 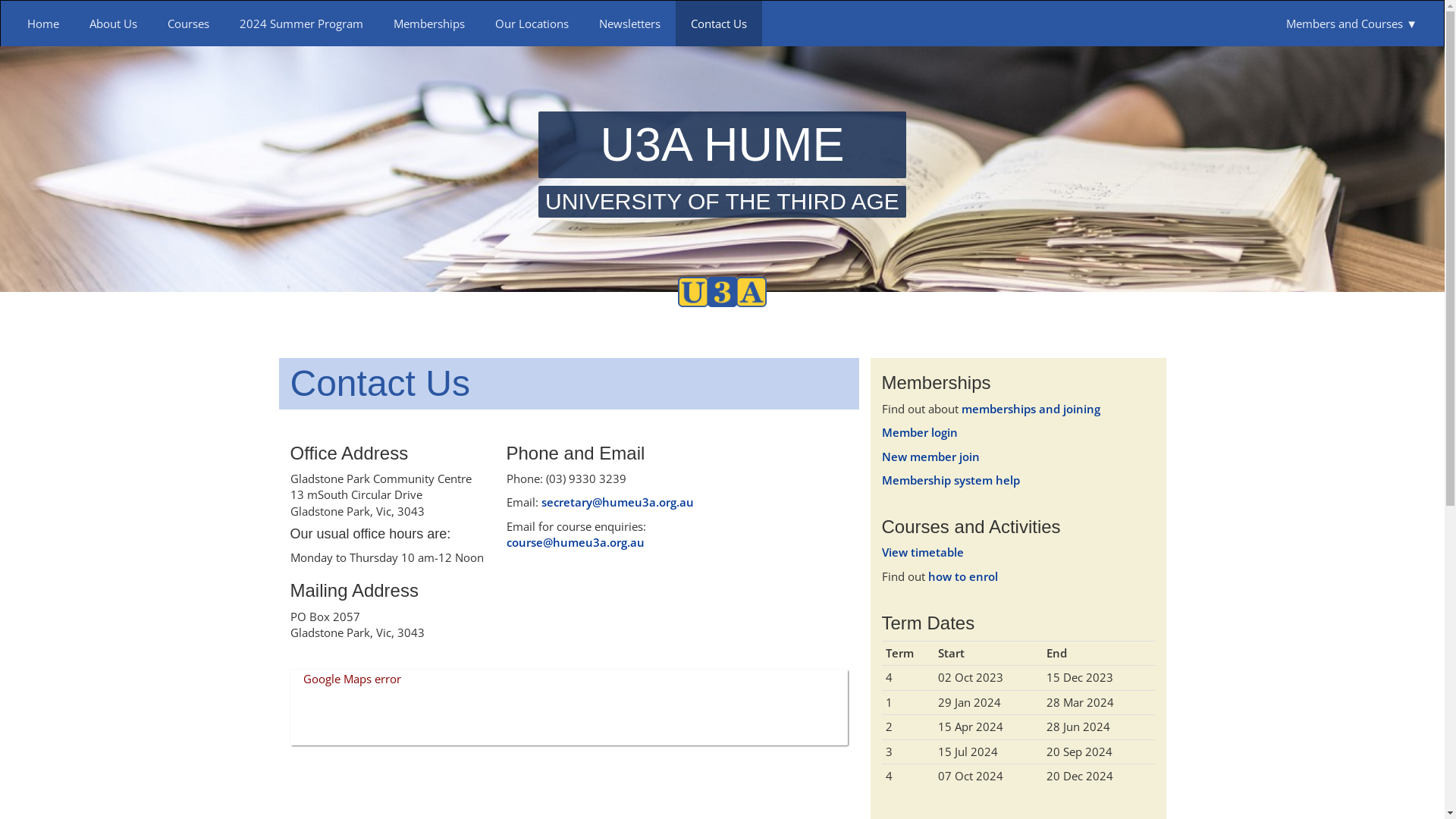 I want to click on 'Contact Us', so click(x=718, y=23).